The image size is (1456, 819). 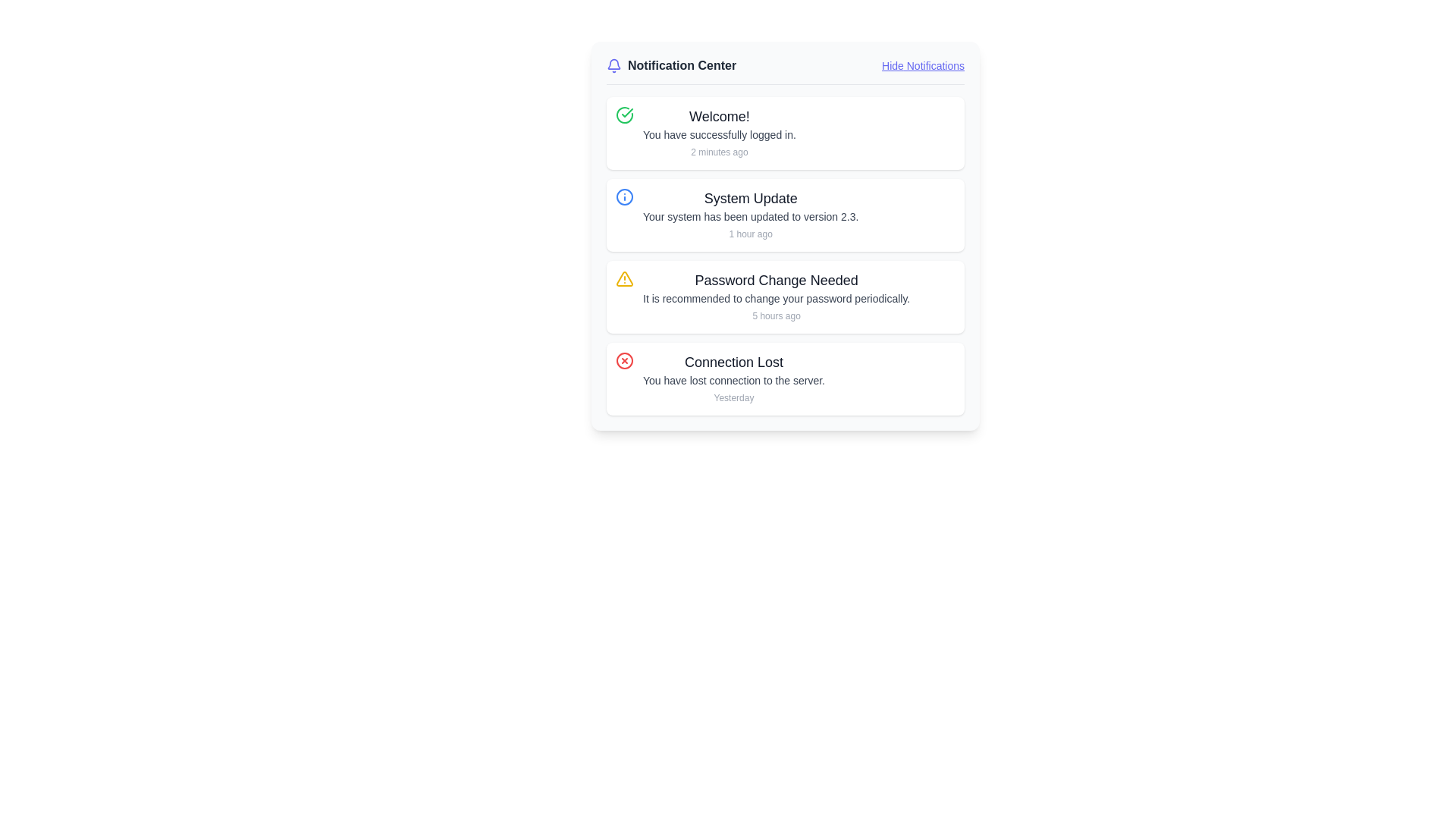 I want to click on the Text Label that states 'Your system has been updated to version 2.3.', which is located below the 'System Update' title and above the timestamp '1 hour ago', so click(x=751, y=216).